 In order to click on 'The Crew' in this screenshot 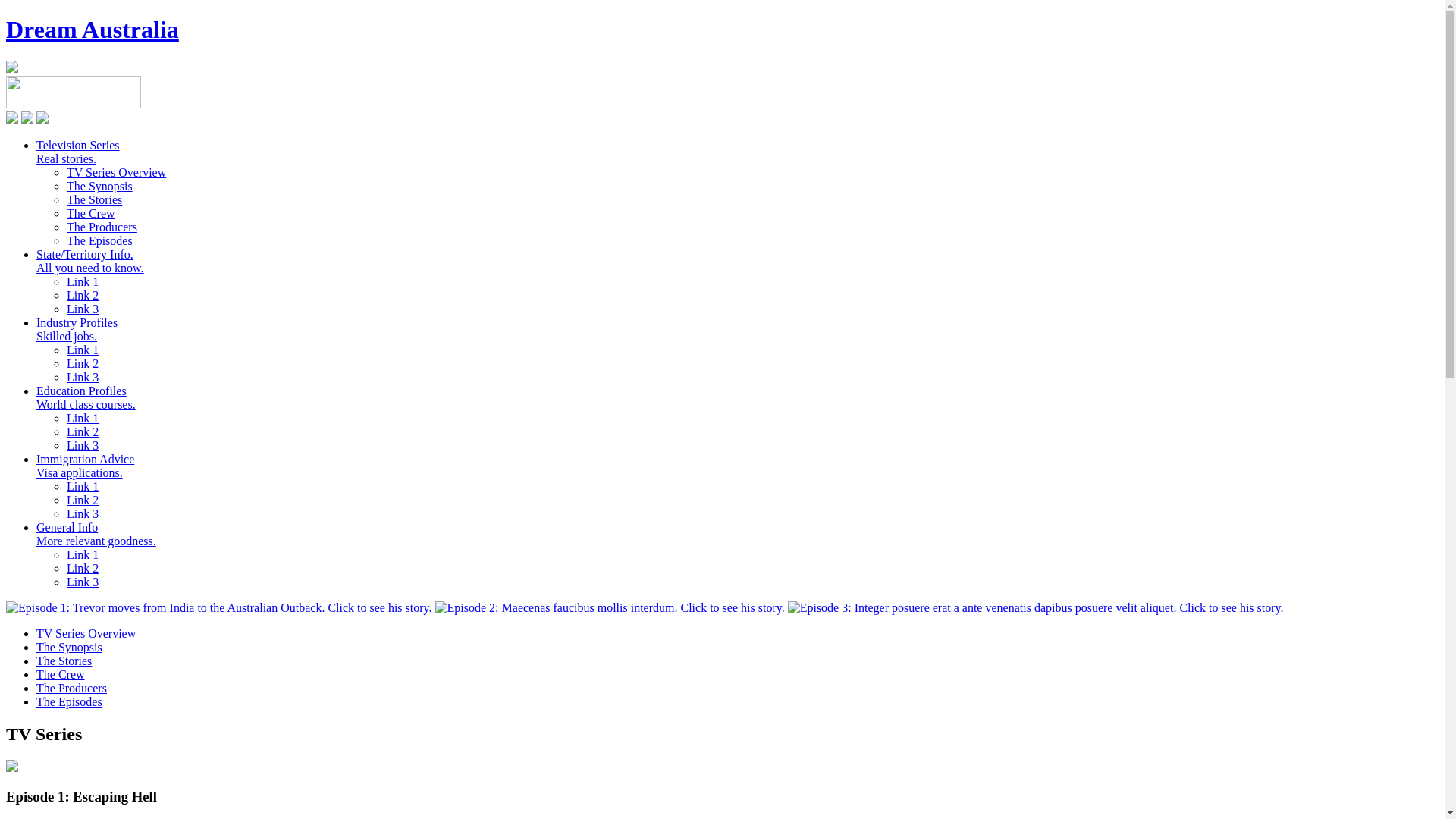, I will do `click(61, 673)`.